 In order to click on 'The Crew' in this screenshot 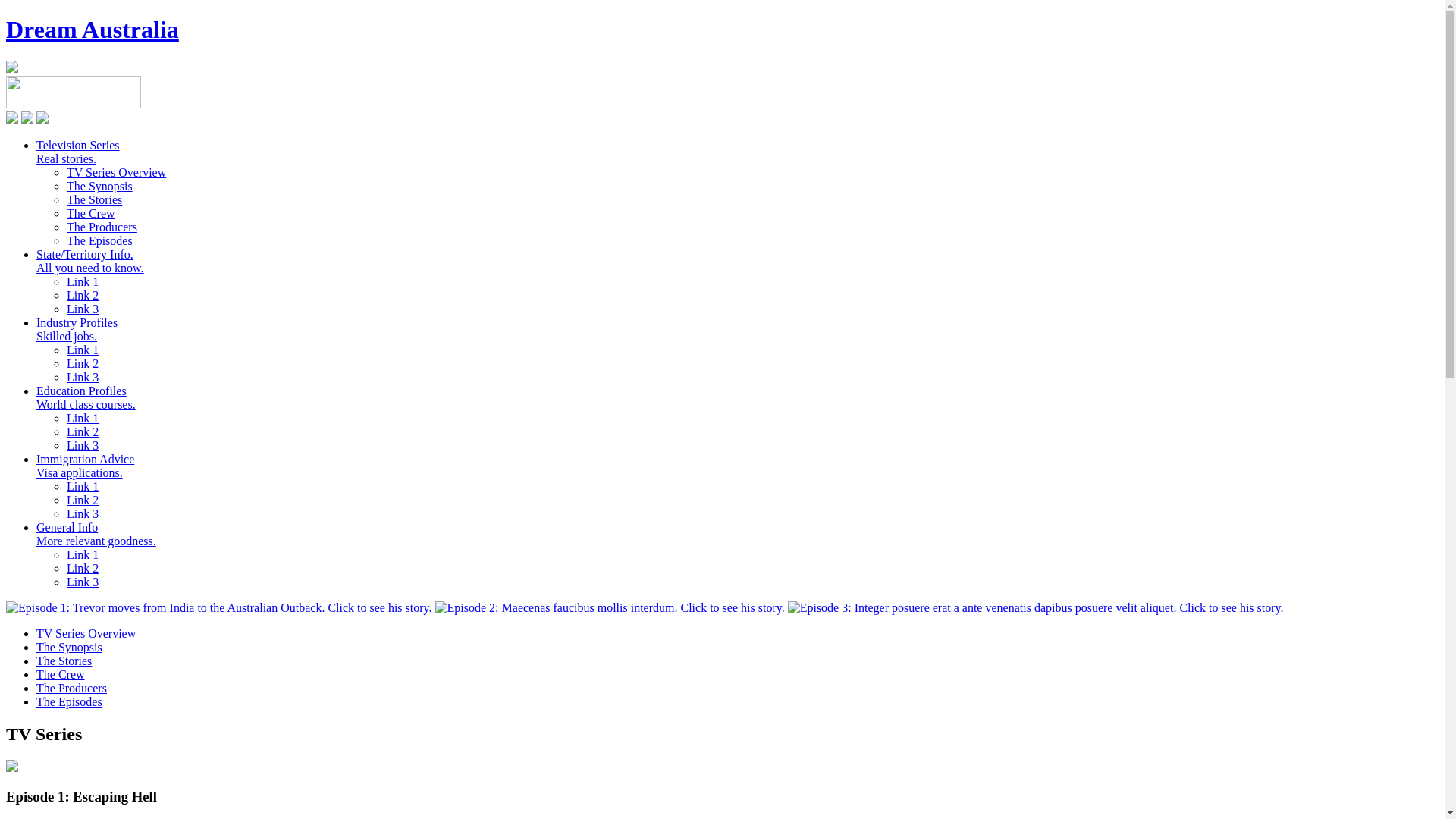, I will do `click(61, 673)`.